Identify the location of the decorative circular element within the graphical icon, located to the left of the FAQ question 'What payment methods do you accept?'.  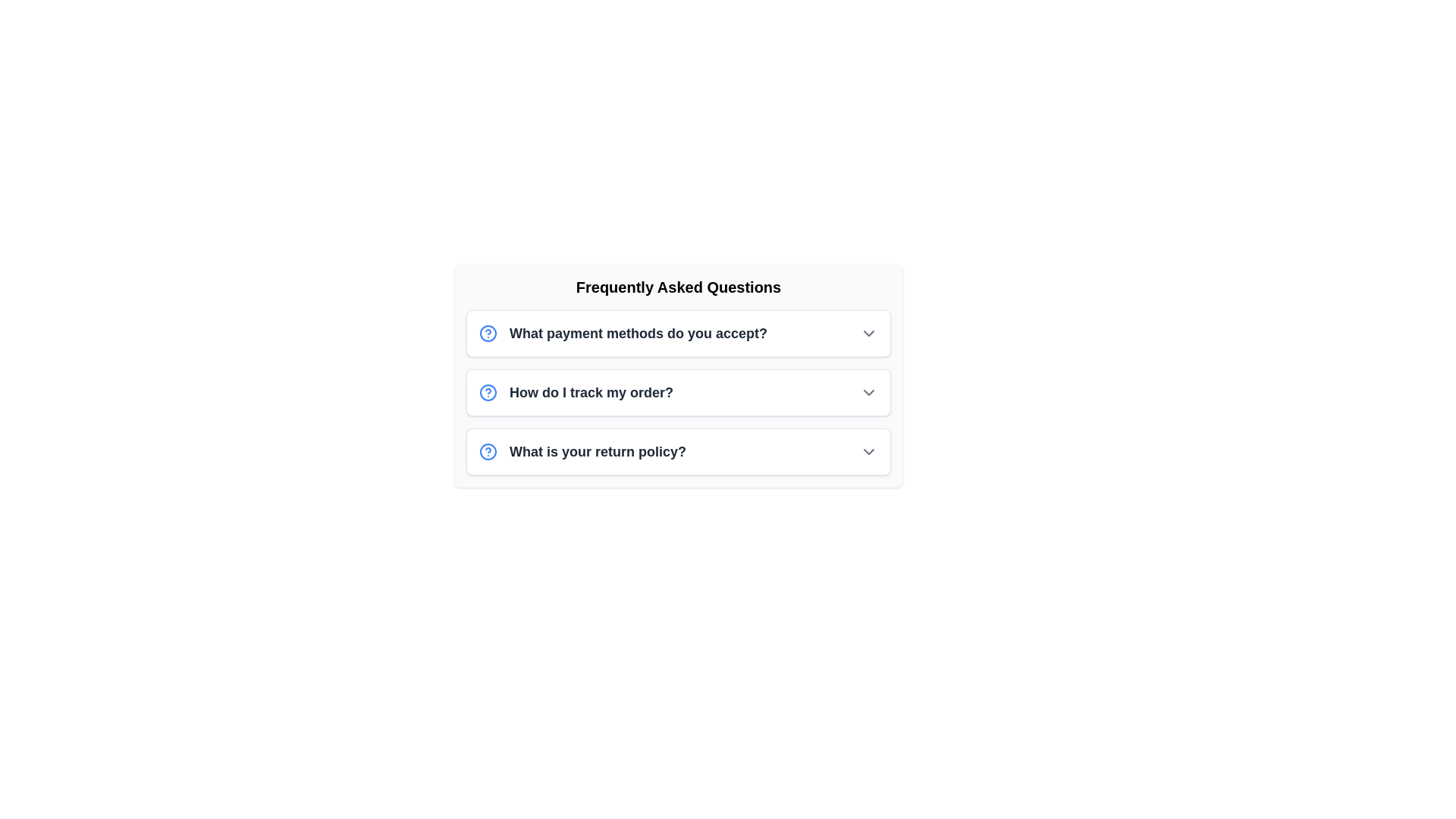
(488, 332).